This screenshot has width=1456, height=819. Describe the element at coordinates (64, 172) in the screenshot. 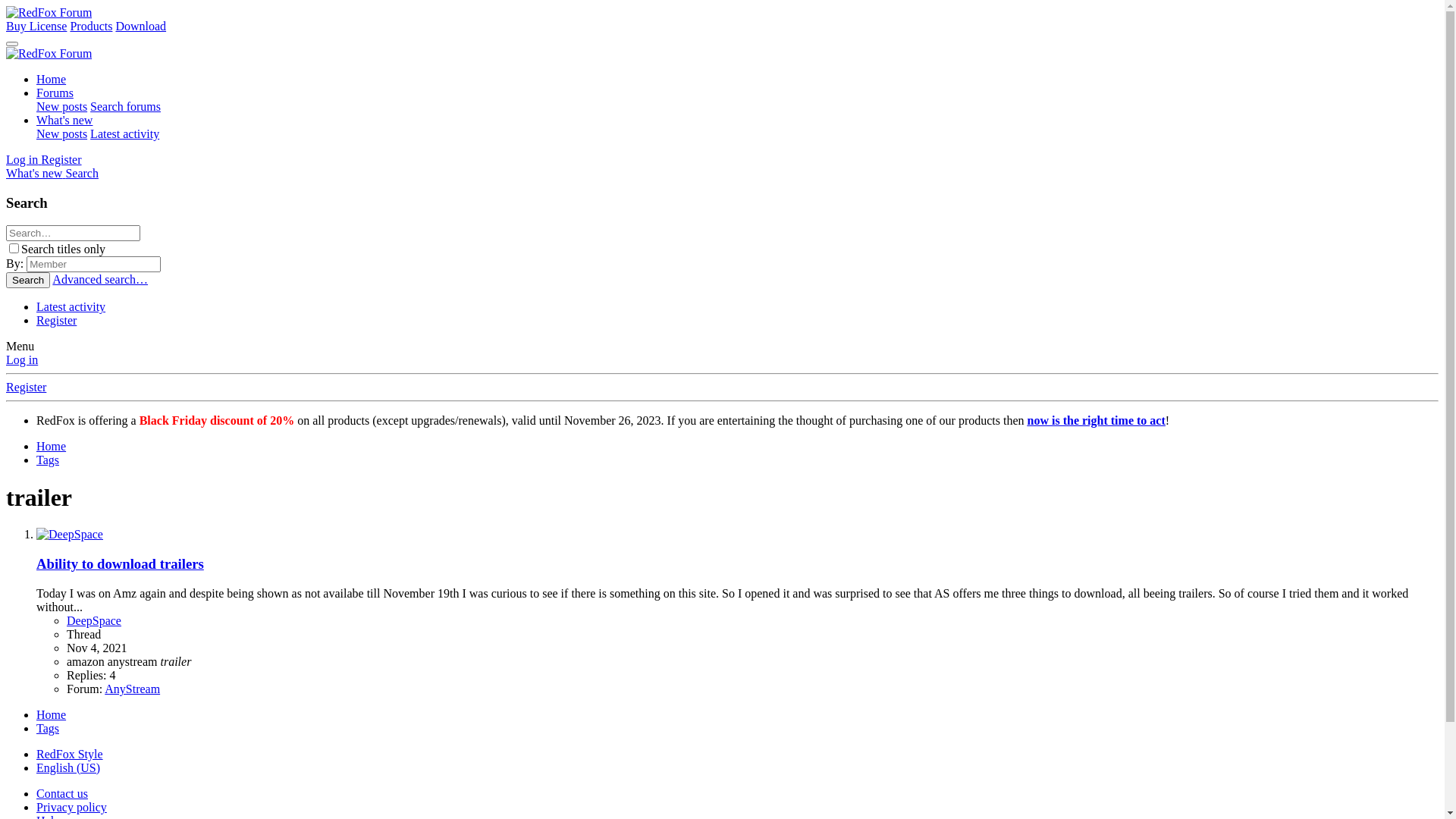

I see `'Search'` at that location.